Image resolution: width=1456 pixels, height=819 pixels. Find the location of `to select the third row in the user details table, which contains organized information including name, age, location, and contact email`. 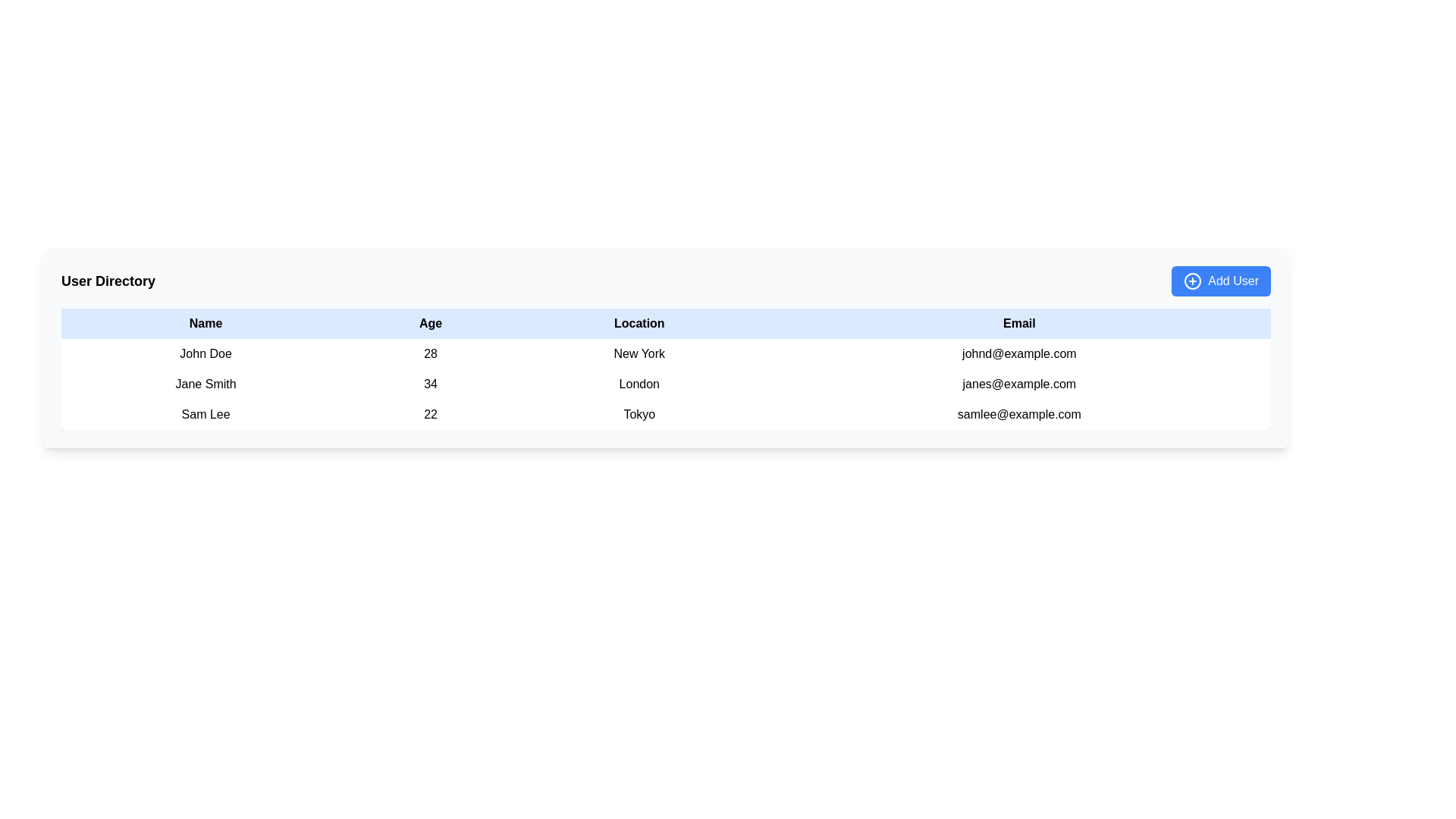

to select the third row in the user details table, which contains organized information including name, age, location, and contact email is located at coordinates (666, 415).